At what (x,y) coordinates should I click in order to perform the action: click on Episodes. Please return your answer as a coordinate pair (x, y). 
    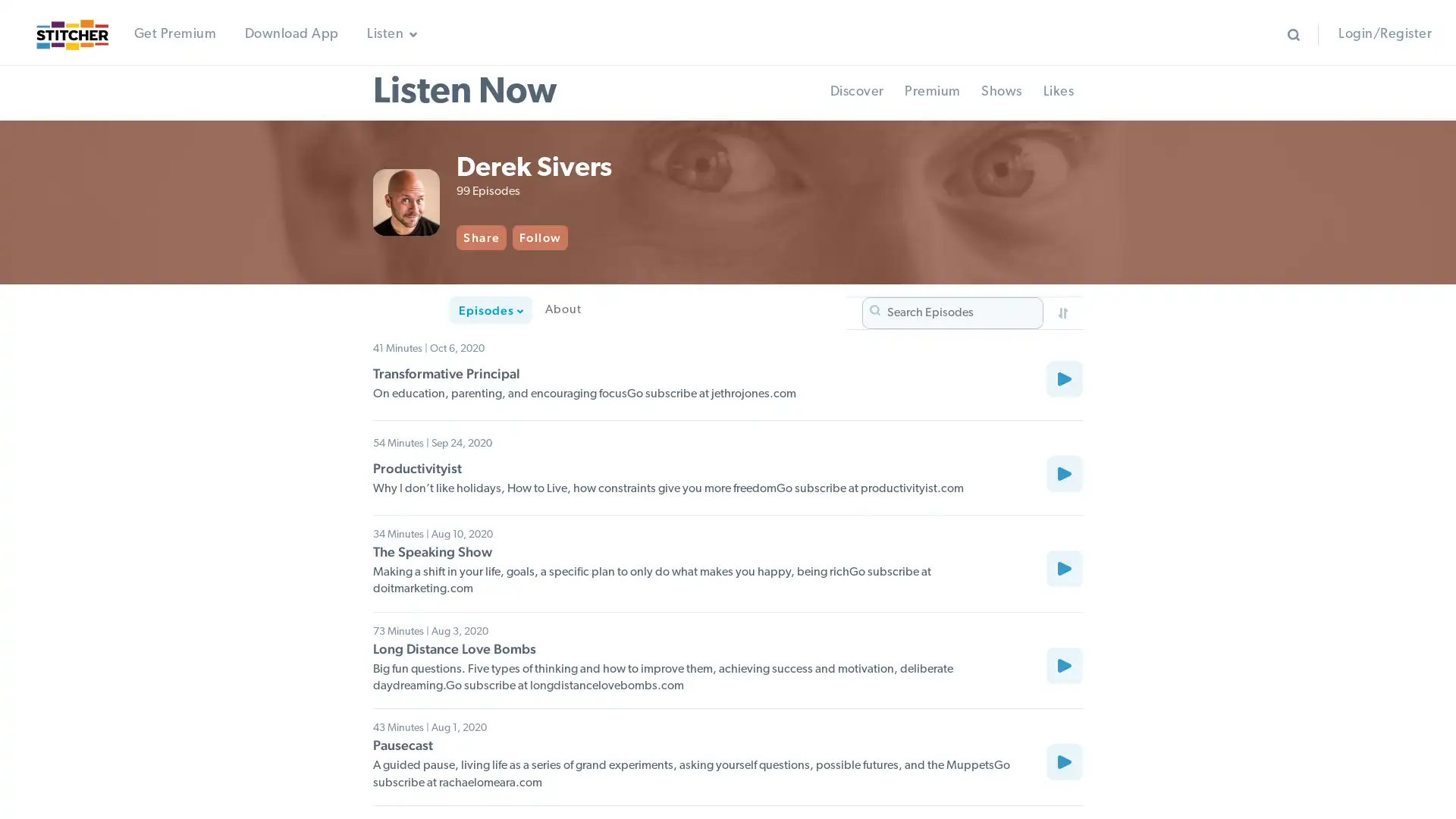
    Looking at the image, I should click on (415, 315).